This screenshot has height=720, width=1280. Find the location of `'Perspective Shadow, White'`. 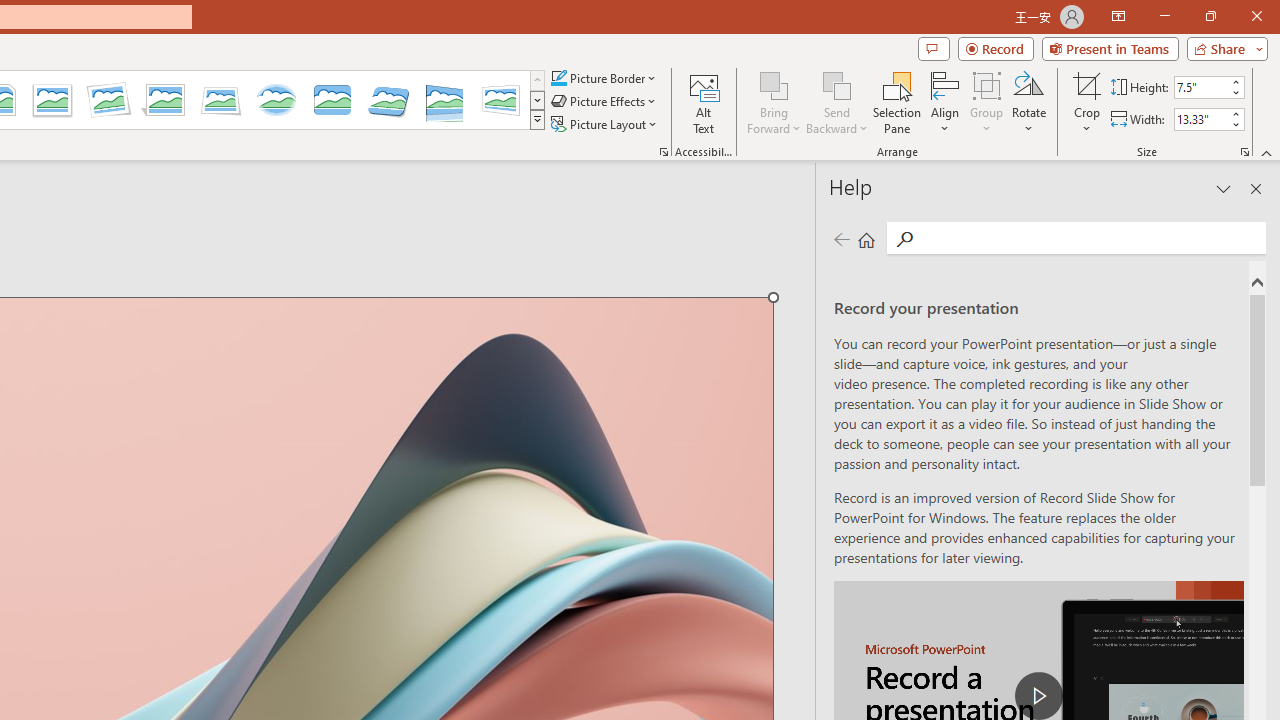

'Perspective Shadow, White' is located at coordinates (165, 100).